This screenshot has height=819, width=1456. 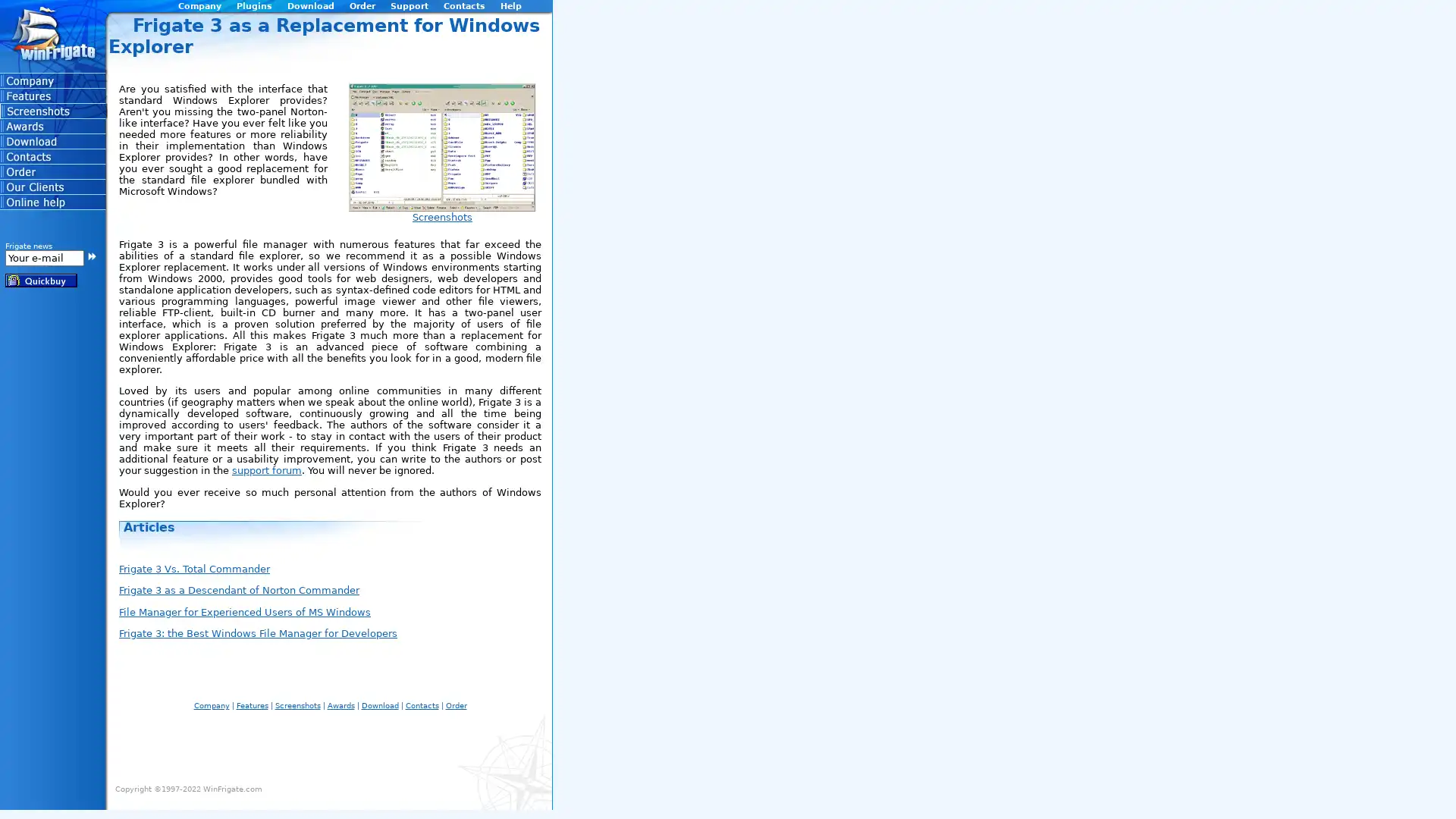 What do you see at coordinates (91, 254) in the screenshot?
I see `go` at bounding box center [91, 254].